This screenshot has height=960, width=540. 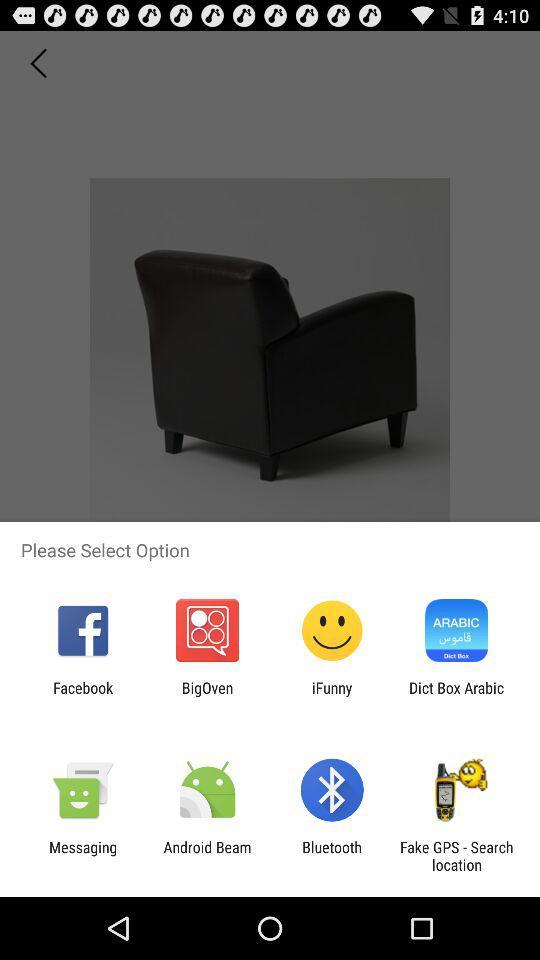 What do you see at coordinates (456, 855) in the screenshot?
I see `app to the right of the bluetooth icon` at bounding box center [456, 855].